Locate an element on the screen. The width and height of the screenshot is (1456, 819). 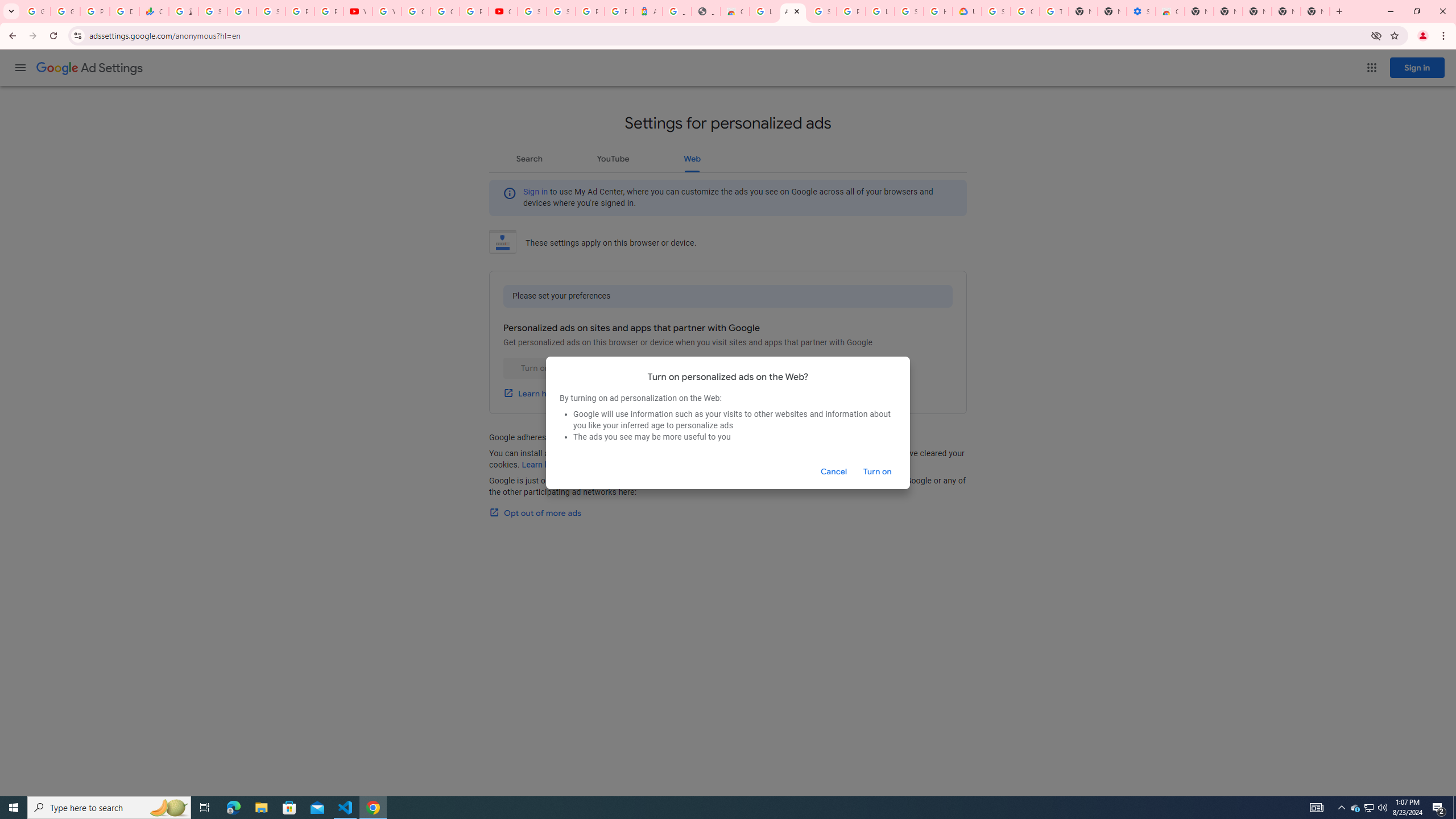
'Turn cookies on or off - Computer - Google Account Help' is located at coordinates (1054, 11).